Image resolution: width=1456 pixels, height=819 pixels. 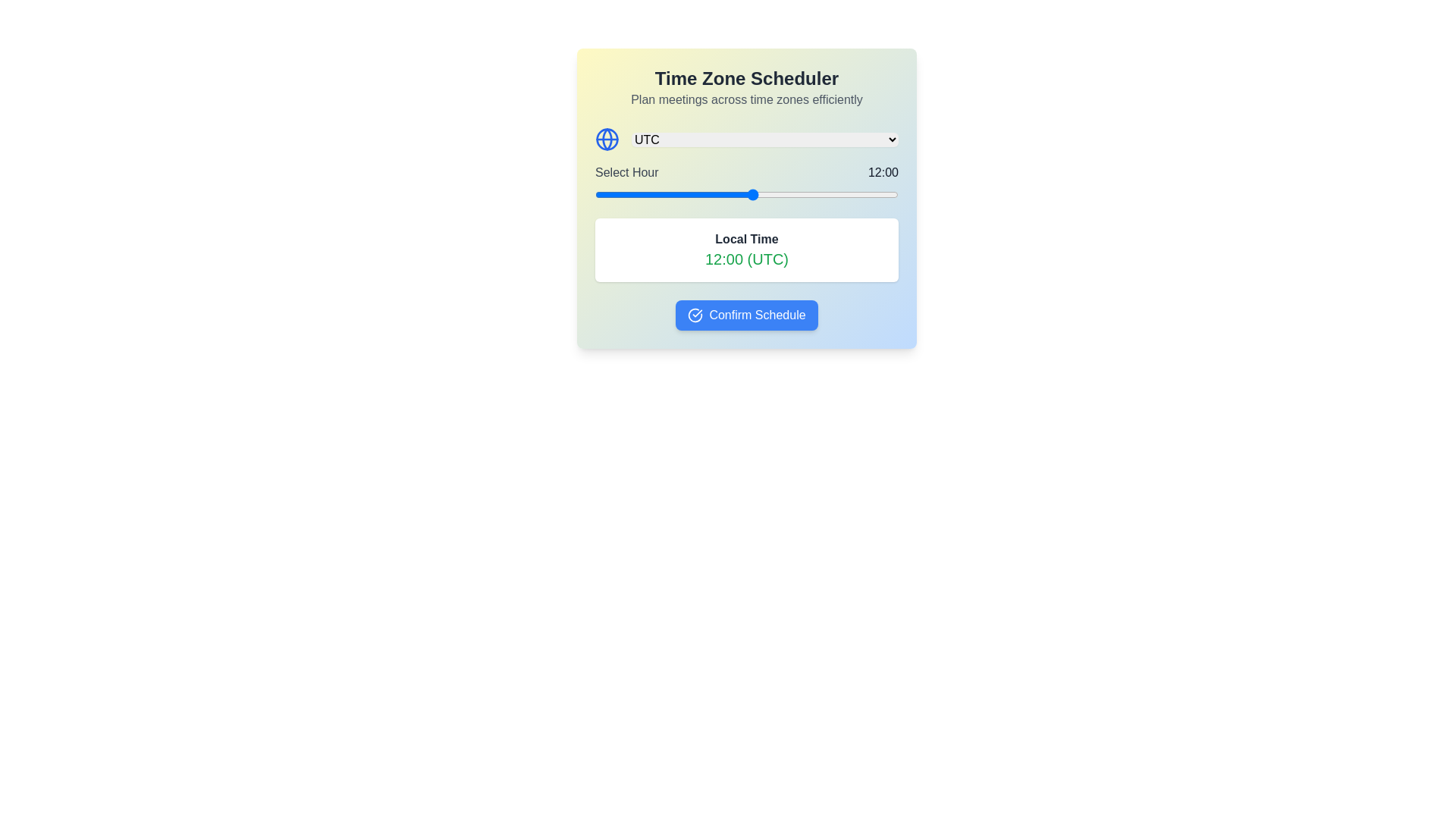 I want to click on the label text that describes the local time displayed below it, which is located near the top center of the interface inside a white box with rounded corners, so click(x=746, y=239).